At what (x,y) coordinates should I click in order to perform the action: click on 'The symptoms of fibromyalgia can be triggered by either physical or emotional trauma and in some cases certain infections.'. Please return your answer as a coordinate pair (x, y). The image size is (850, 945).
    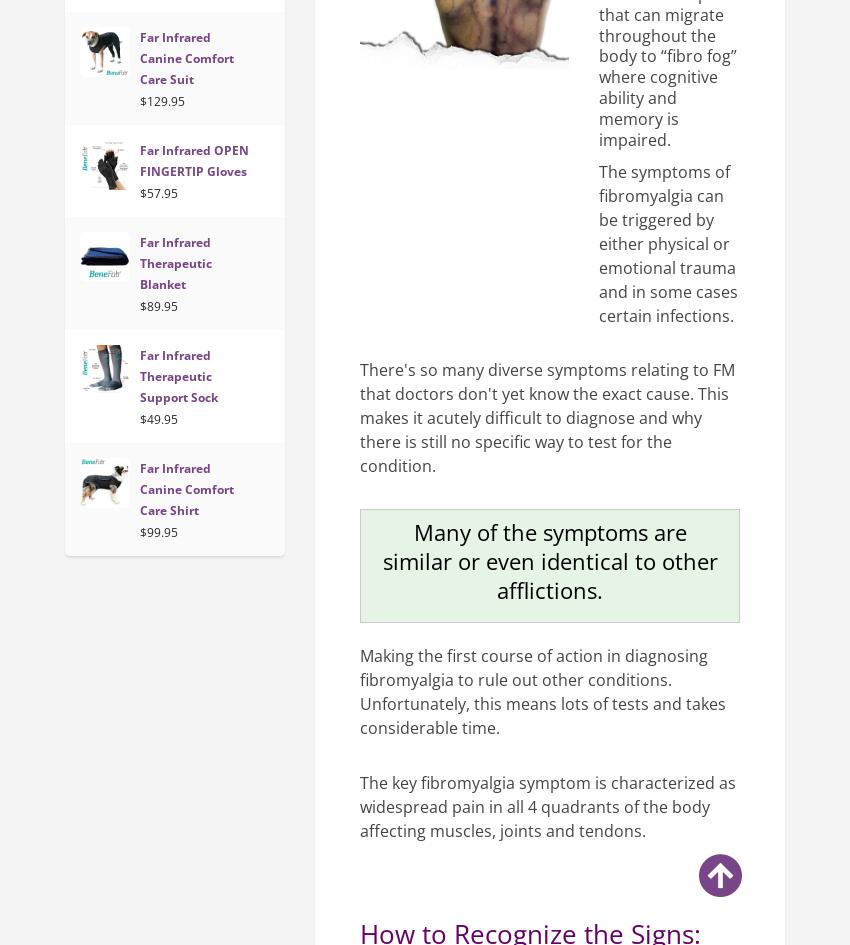
    Looking at the image, I should click on (668, 242).